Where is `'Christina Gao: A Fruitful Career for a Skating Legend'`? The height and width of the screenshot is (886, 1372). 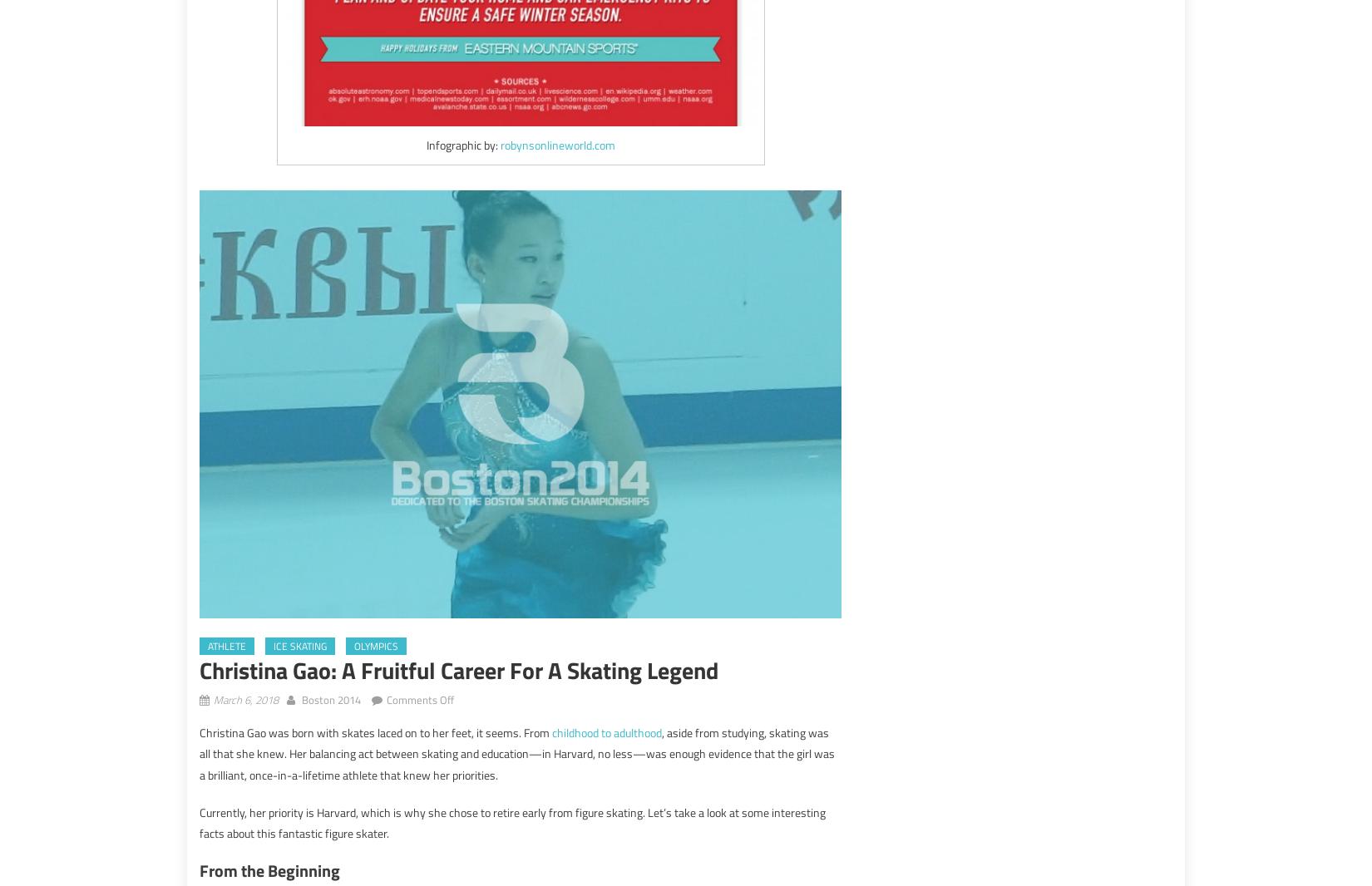 'Christina Gao: A Fruitful Career for a Skating Legend' is located at coordinates (457, 670).